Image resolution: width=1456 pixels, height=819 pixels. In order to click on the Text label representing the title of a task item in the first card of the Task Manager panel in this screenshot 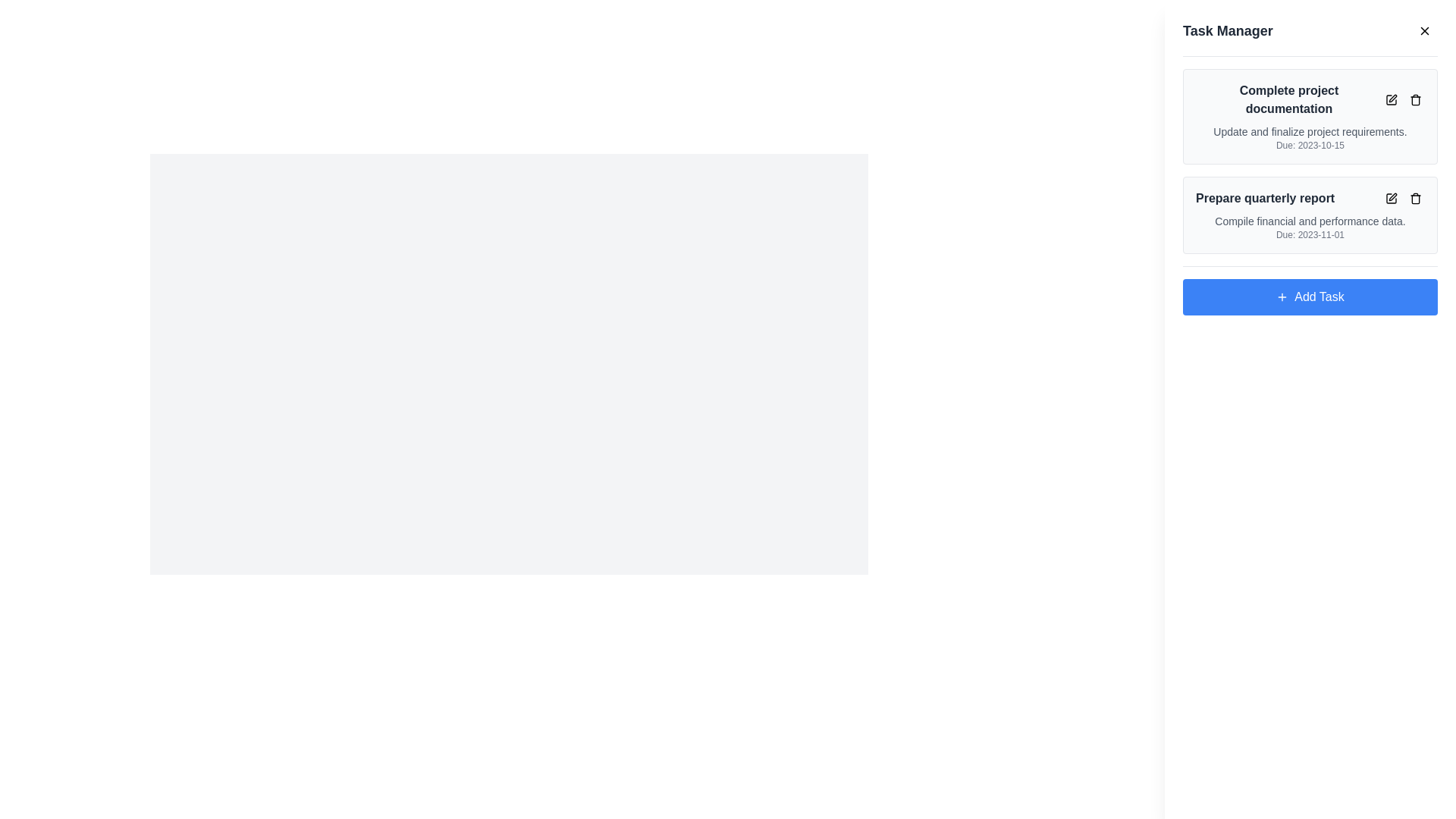, I will do `click(1310, 99)`.